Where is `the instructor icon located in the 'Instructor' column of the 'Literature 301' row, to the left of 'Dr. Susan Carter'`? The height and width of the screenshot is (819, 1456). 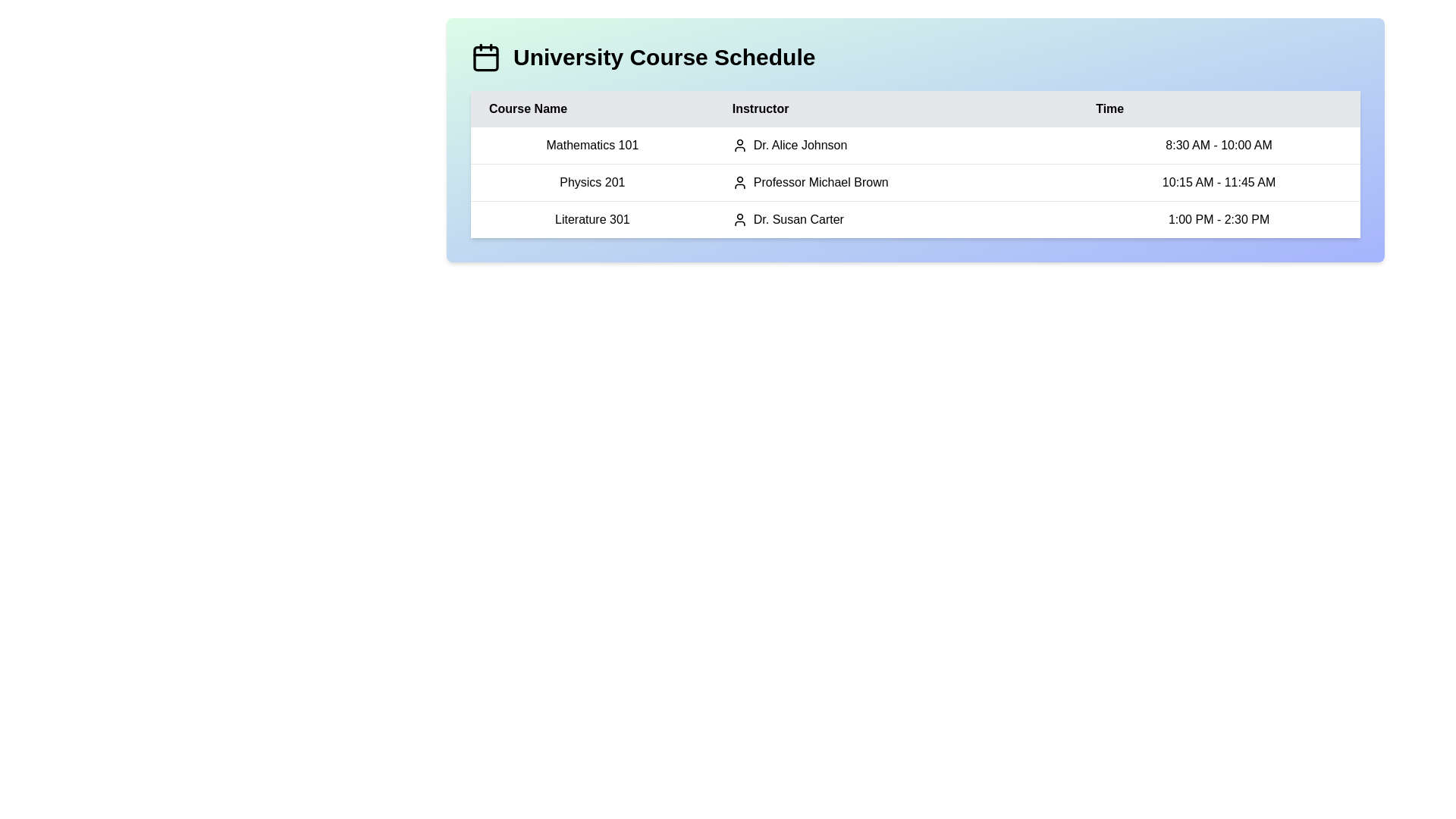
the instructor icon located in the 'Instructor' column of the 'Literature 301' row, to the left of 'Dr. Susan Carter' is located at coordinates (739, 219).